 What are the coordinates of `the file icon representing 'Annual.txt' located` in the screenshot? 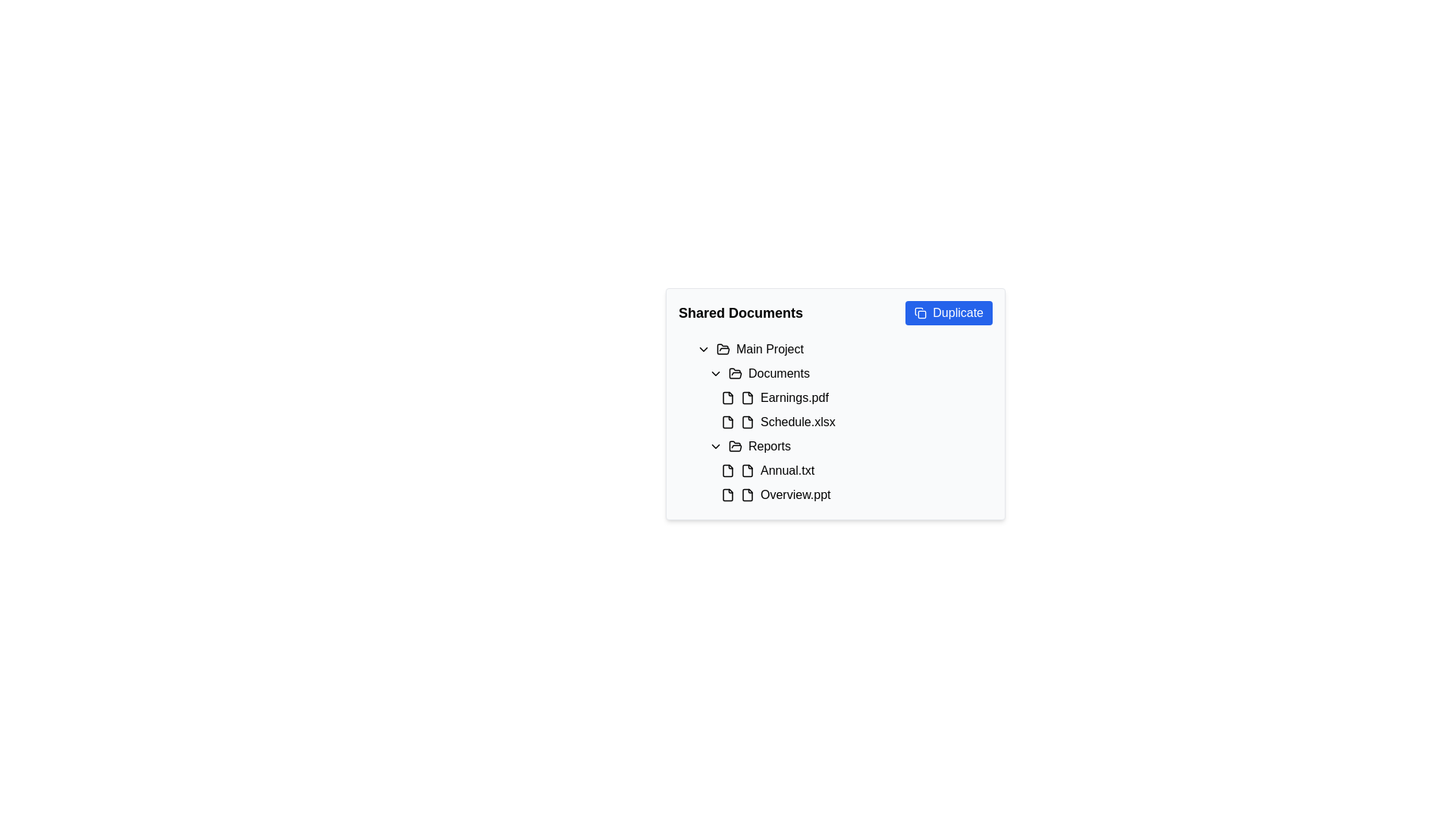 It's located at (747, 470).